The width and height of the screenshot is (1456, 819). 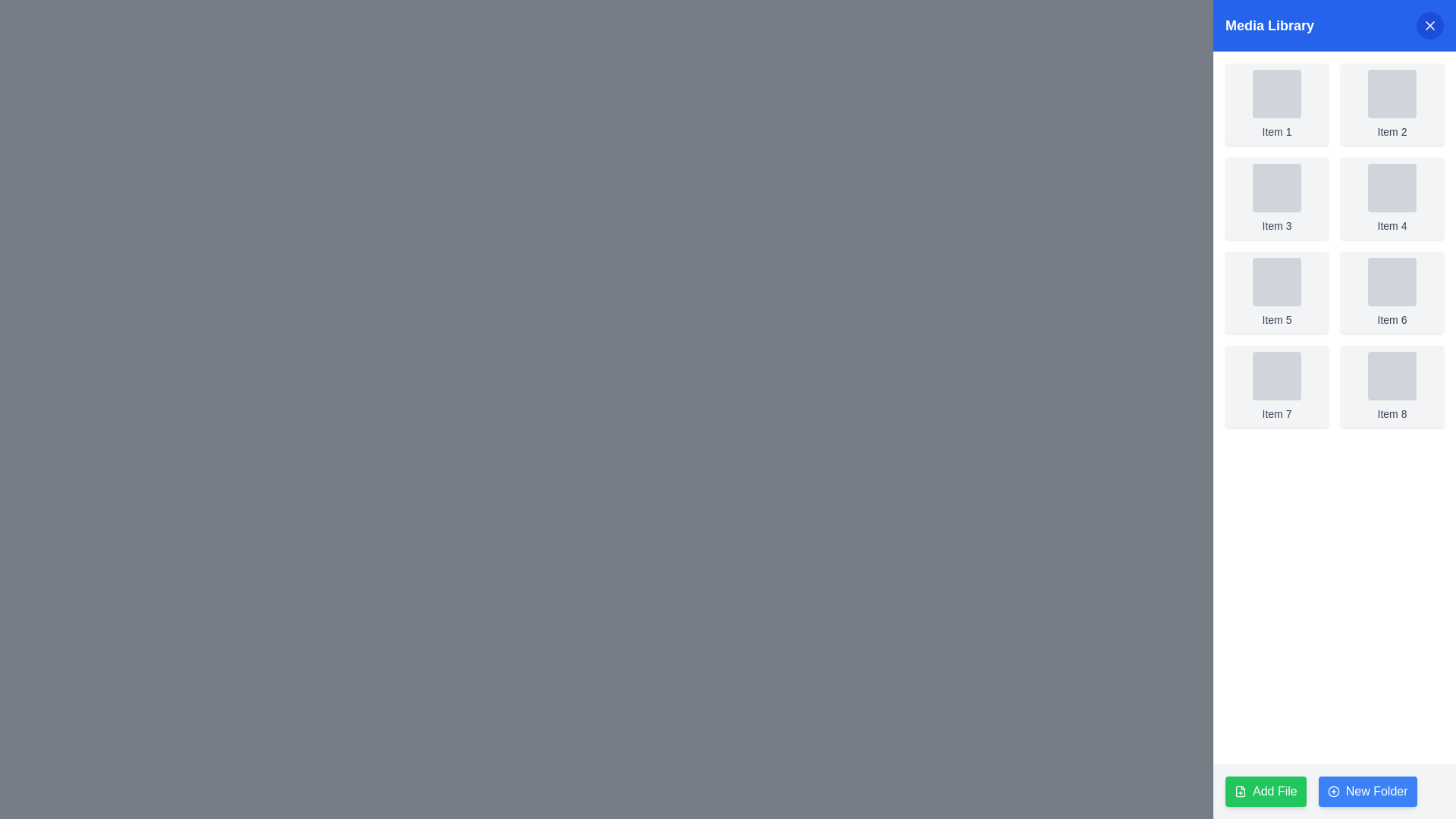 What do you see at coordinates (1392, 318) in the screenshot?
I see `the non-interactive Text Label that identifies the associated media as 'Item 6' in the Media Library panel` at bounding box center [1392, 318].